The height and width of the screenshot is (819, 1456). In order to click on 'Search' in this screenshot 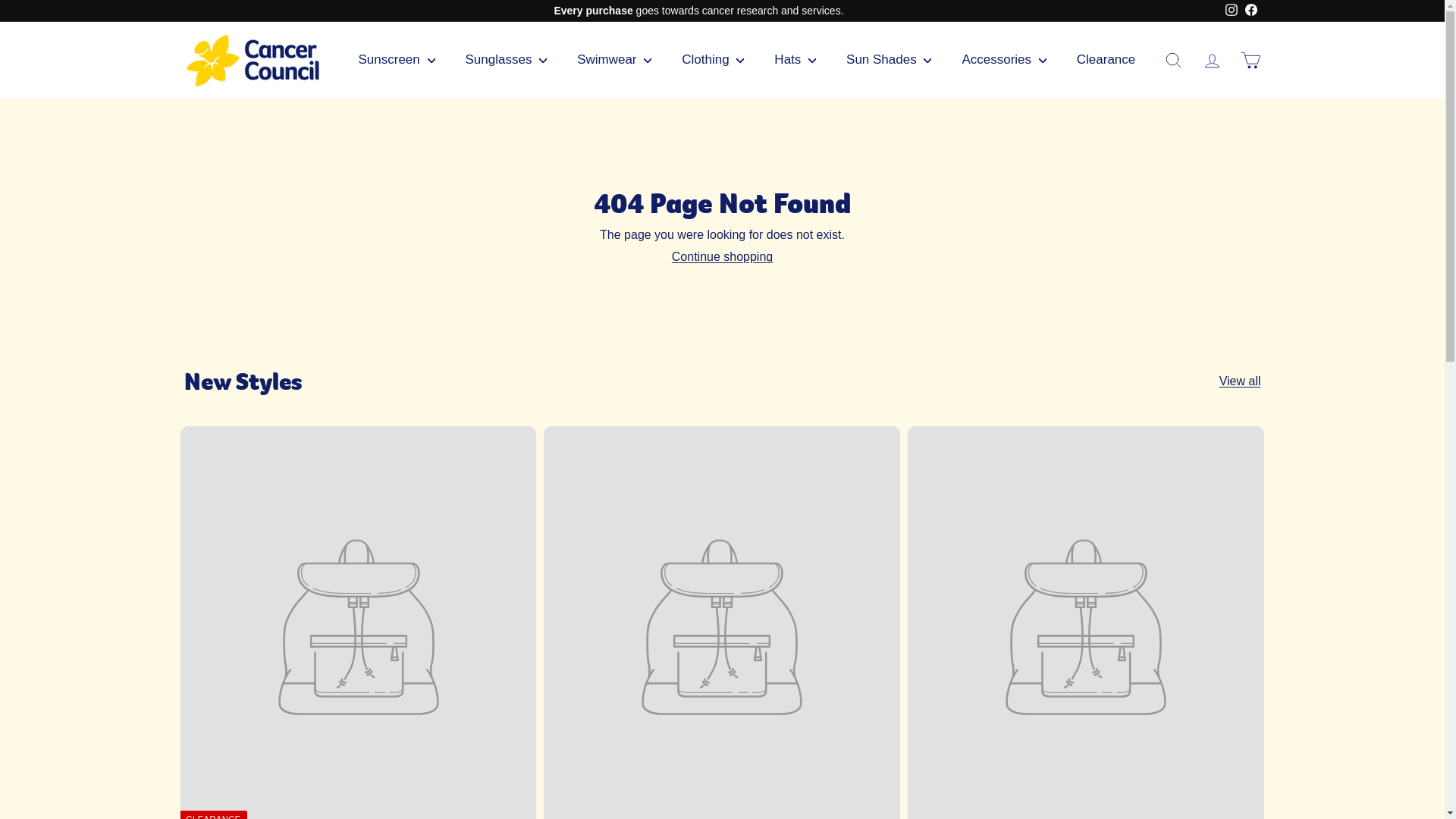, I will do `click(1172, 59)`.